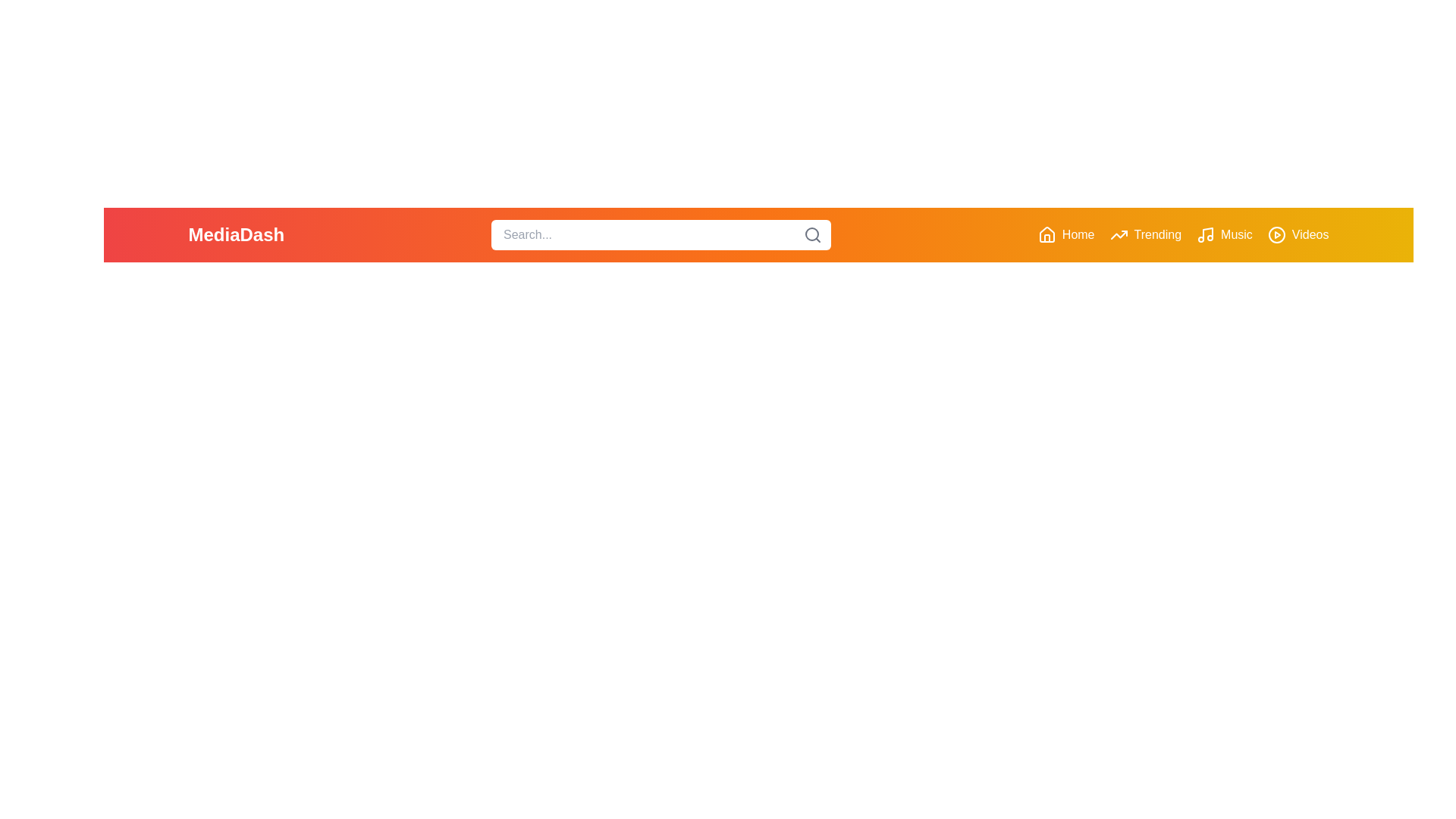 Image resolution: width=1456 pixels, height=819 pixels. Describe the element at coordinates (1065, 234) in the screenshot. I see `the Home button in the navigation bar` at that location.